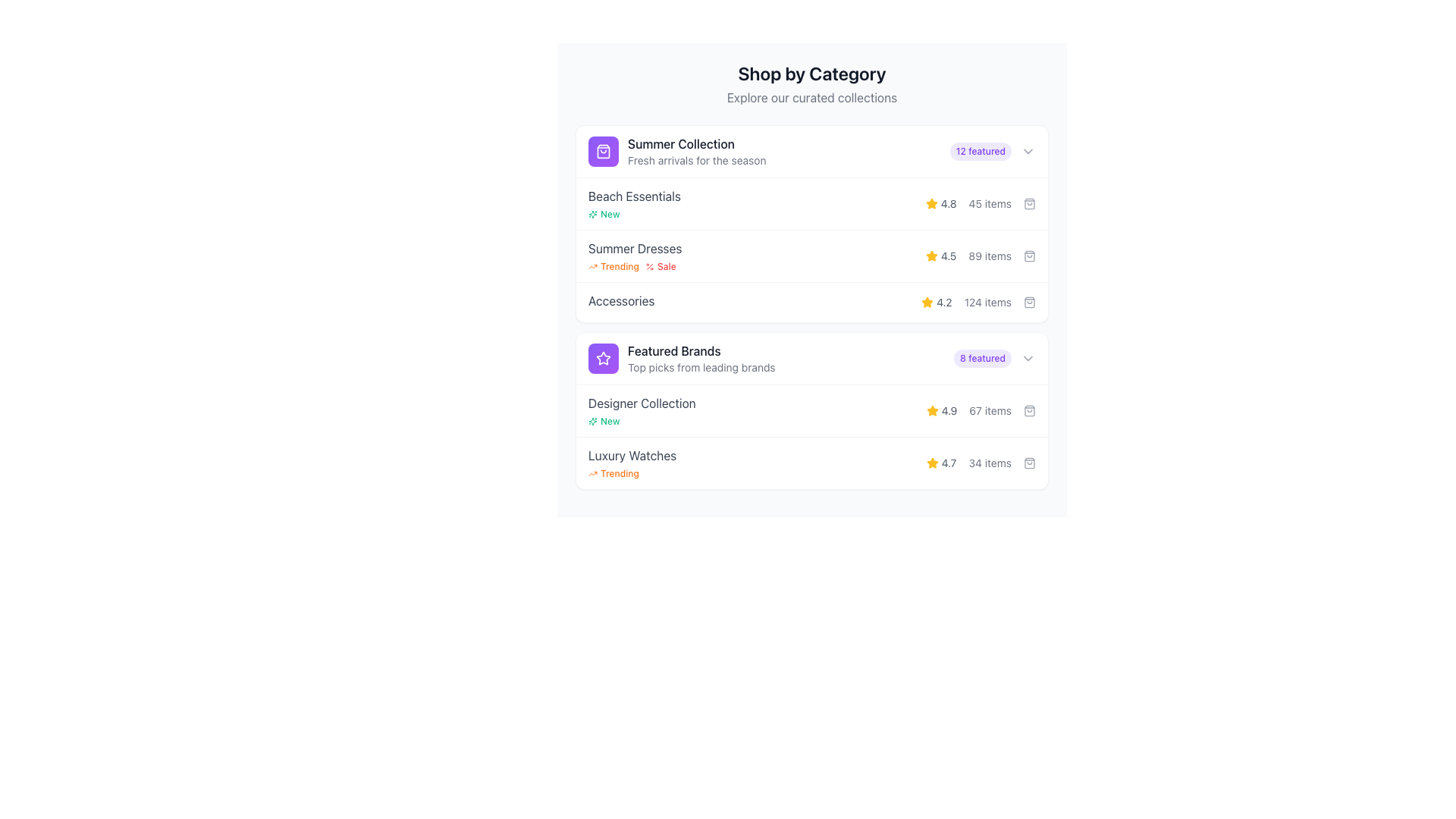 Image resolution: width=1456 pixels, height=819 pixels. I want to click on the badge indicating a new item or feature associated with the 'Designer Collection', located directly below the 'Designer Collection' title in the 'Featured Brands' section, so click(642, 421).